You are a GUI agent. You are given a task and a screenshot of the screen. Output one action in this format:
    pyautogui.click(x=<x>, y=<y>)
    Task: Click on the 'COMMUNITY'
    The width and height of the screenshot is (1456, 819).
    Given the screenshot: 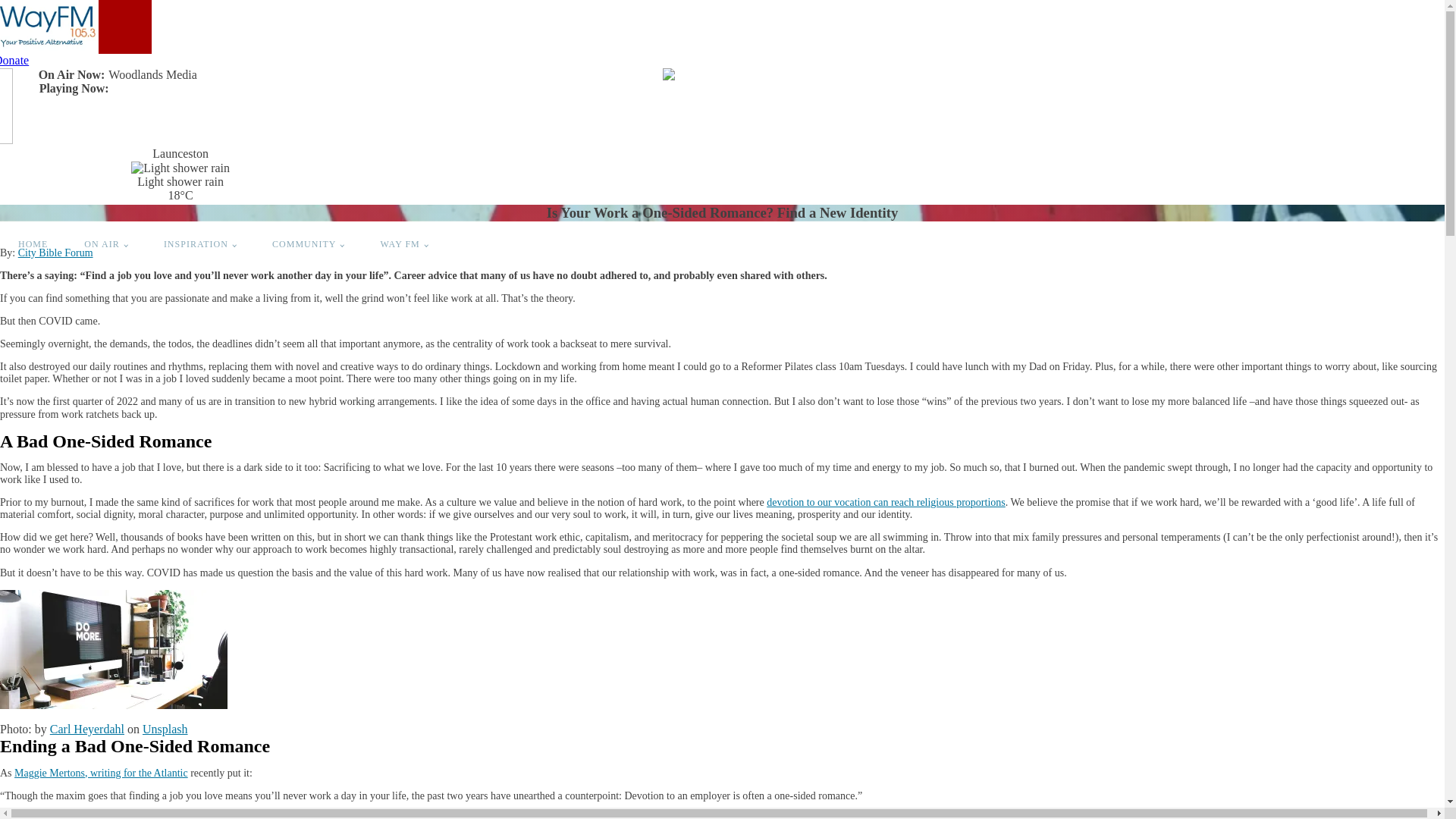 What is the action you would take?
    pyautogui.click(x=307, y=244)
    